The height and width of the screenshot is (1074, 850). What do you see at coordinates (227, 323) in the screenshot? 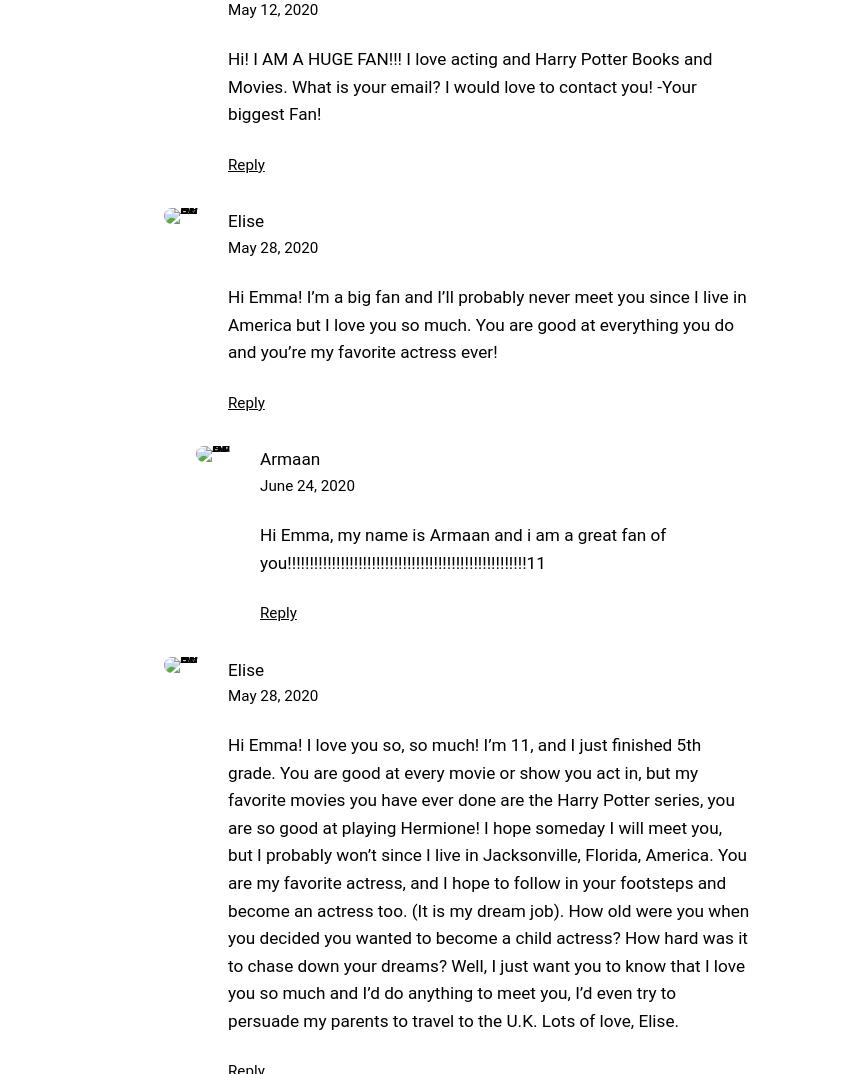
I see `'Hi Emma! I’m a big fan and I’ll probably never meet you since I live in America but I love you so much. You are good at everything you do and you’re my favorite actress ever!'` at bounding box center [227, 323].